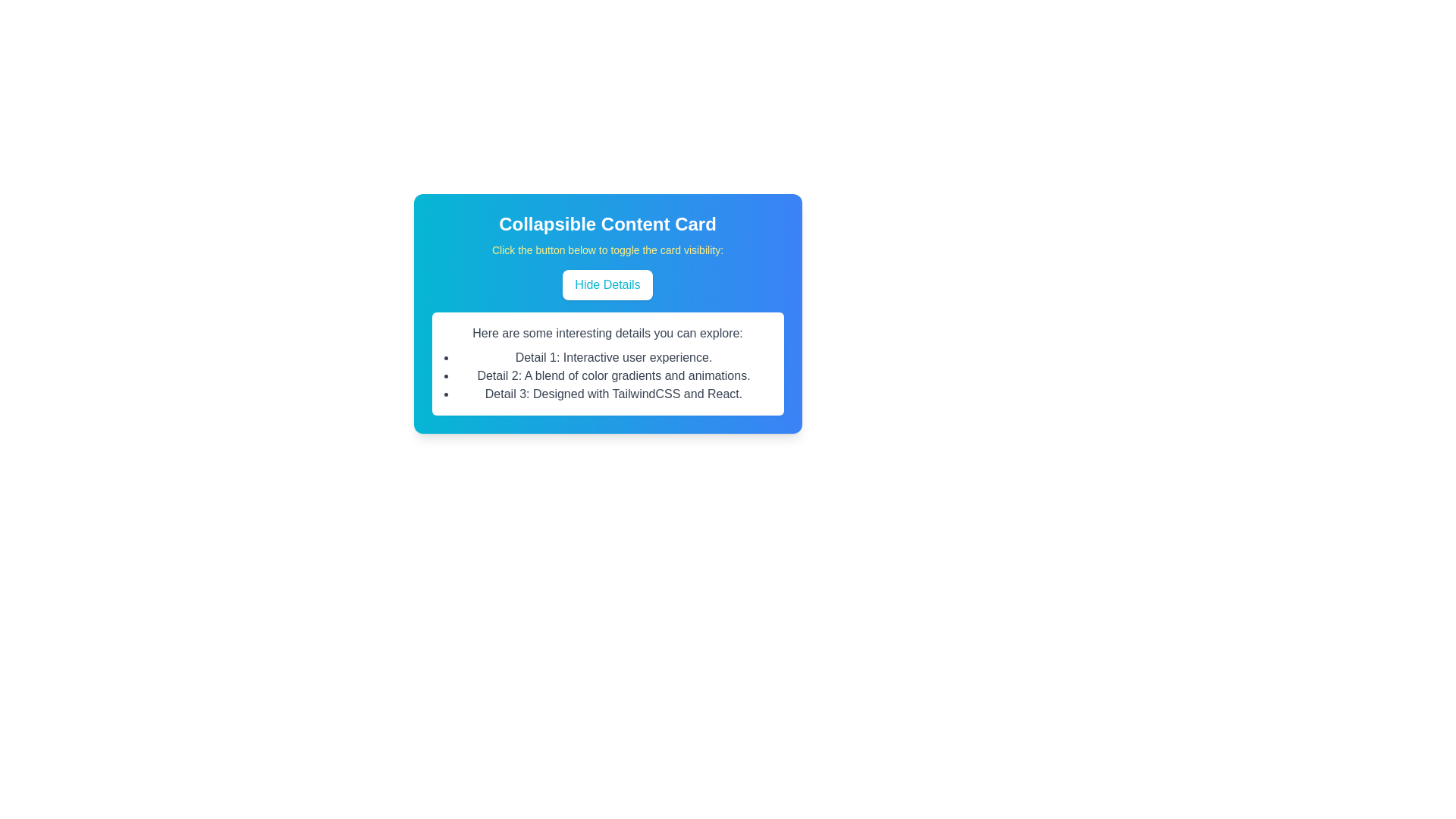 This screenshot has height=819, width=1456. I want to click on the 'Hide Details' button with cyan text on a white background located in the middle of a collapsible content card, so click(607, 284).